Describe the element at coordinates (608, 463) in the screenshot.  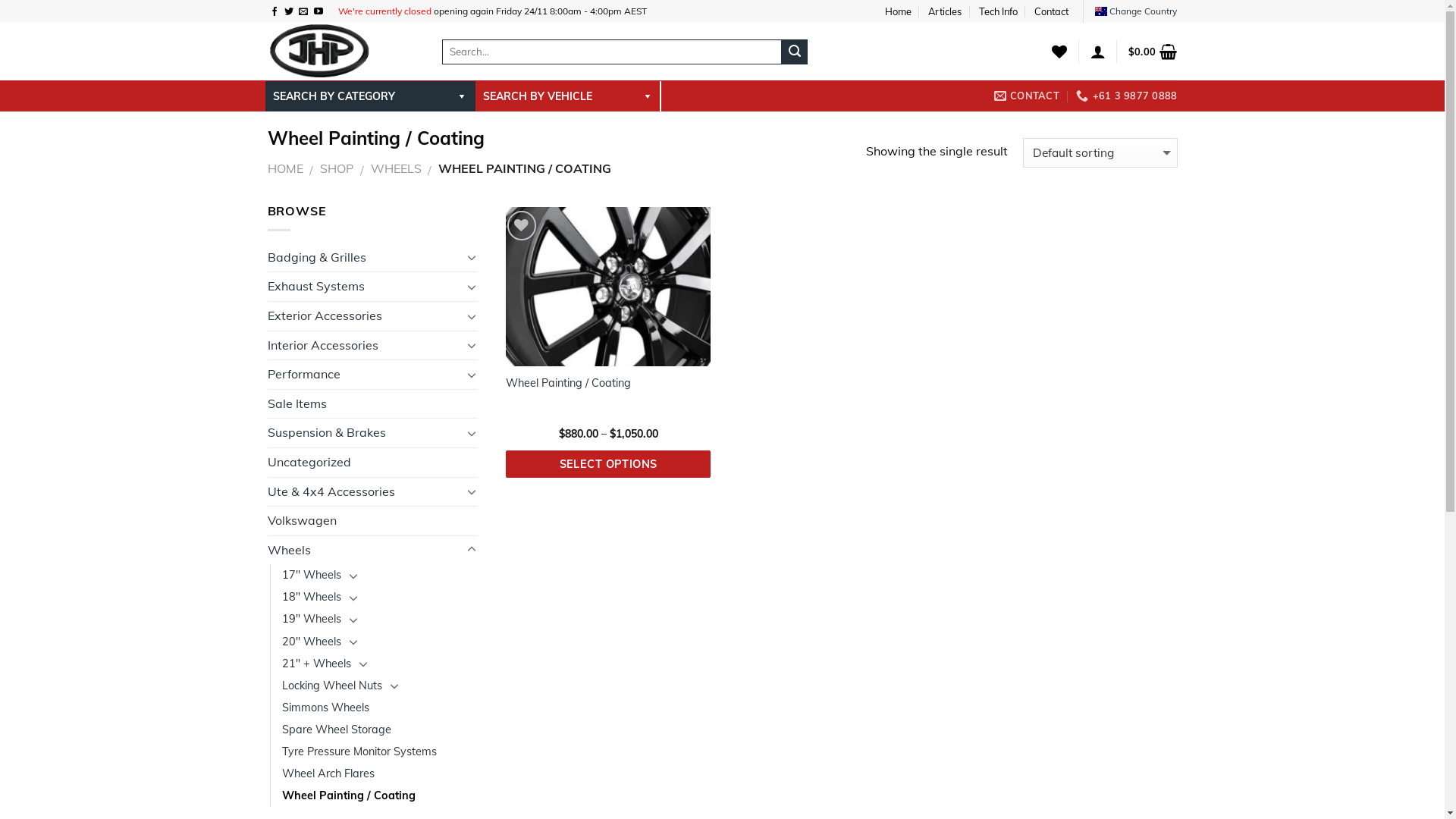
I see `'SELECT OPTIONS'` at that location.